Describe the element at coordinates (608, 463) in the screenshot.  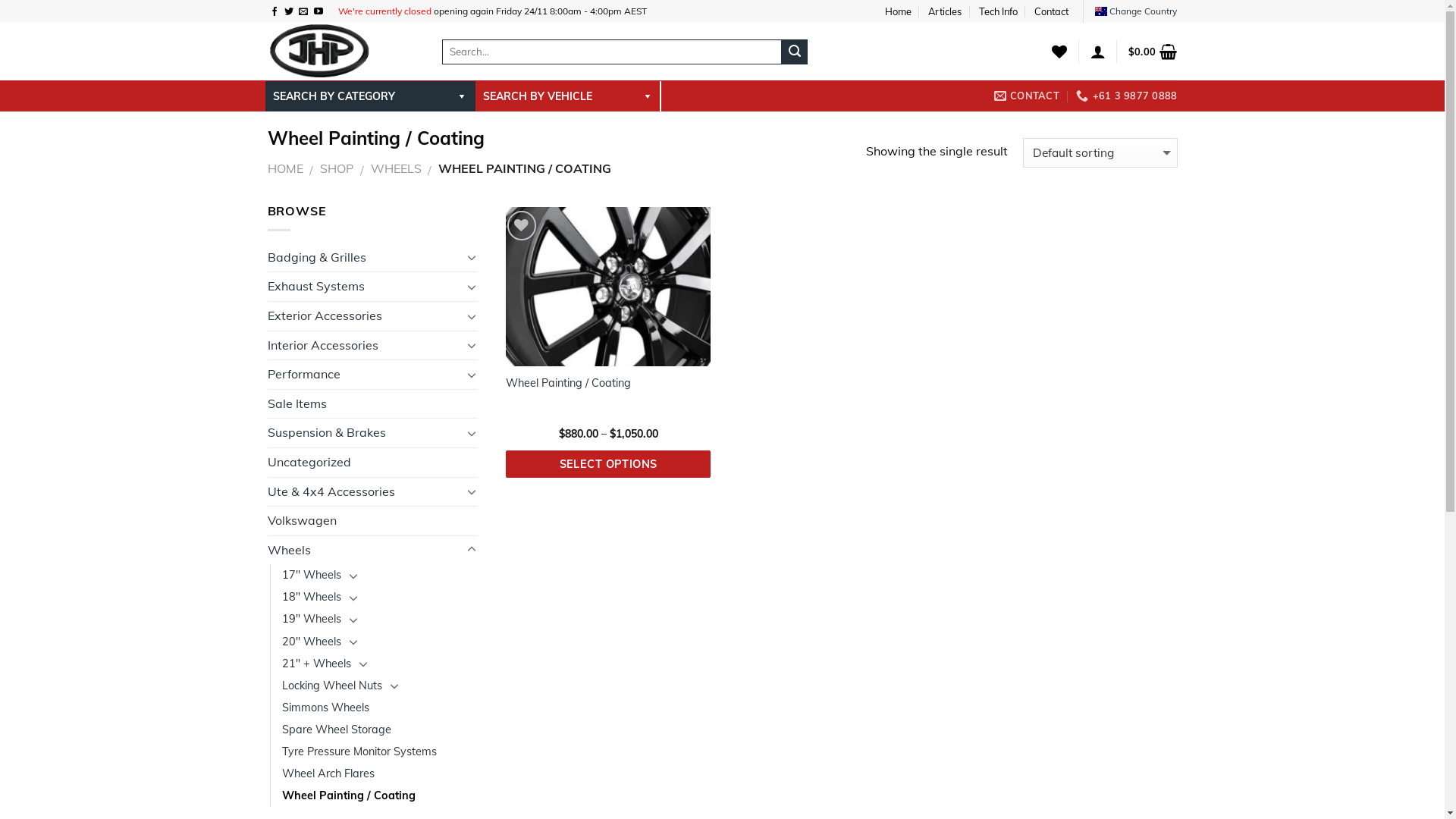
I see `'SELECT OPTIONS'` at that location.